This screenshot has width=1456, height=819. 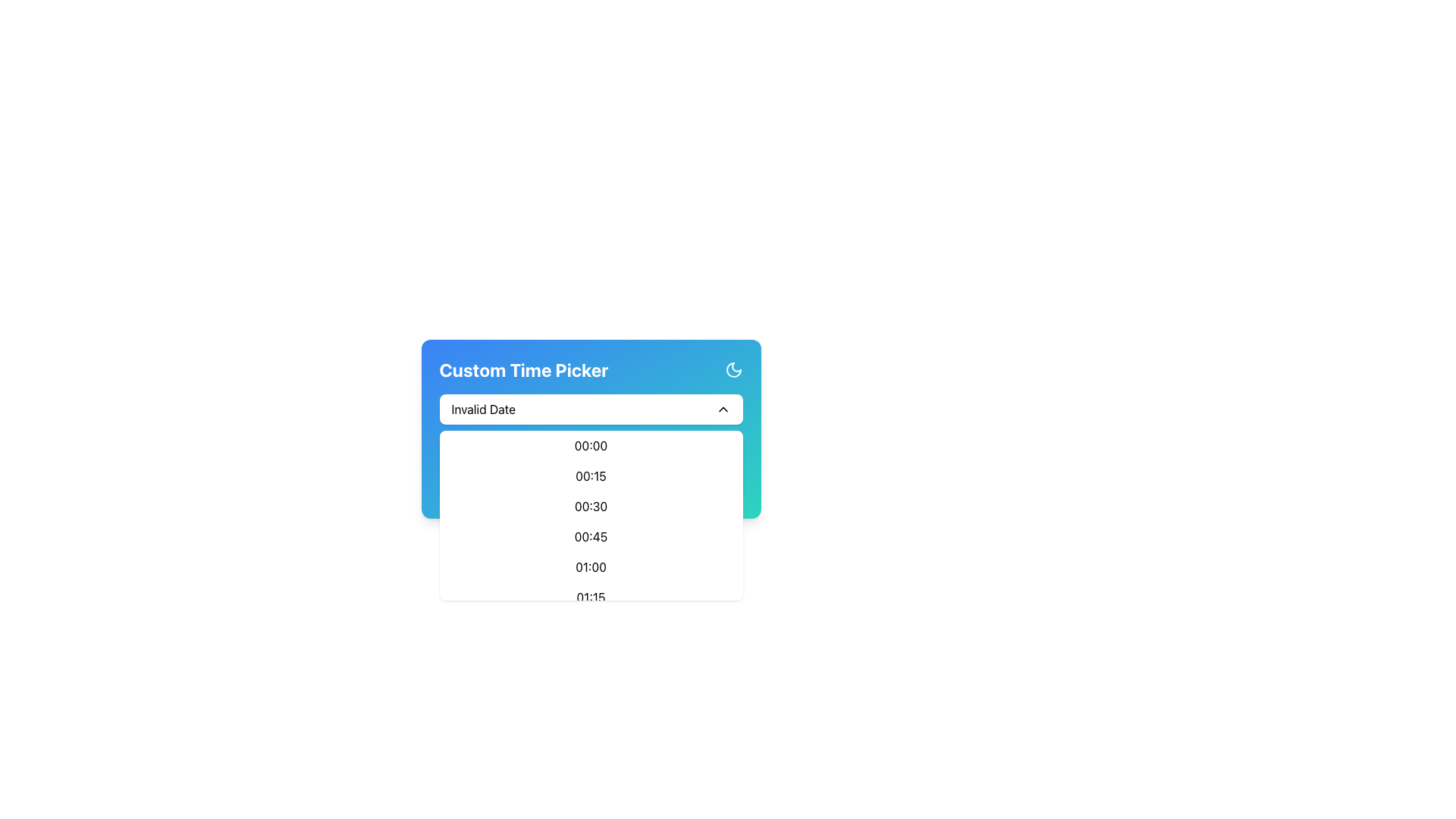 I want to click on the dropdown menu labeled 'Invalid Date', so click(x=590, y=409).